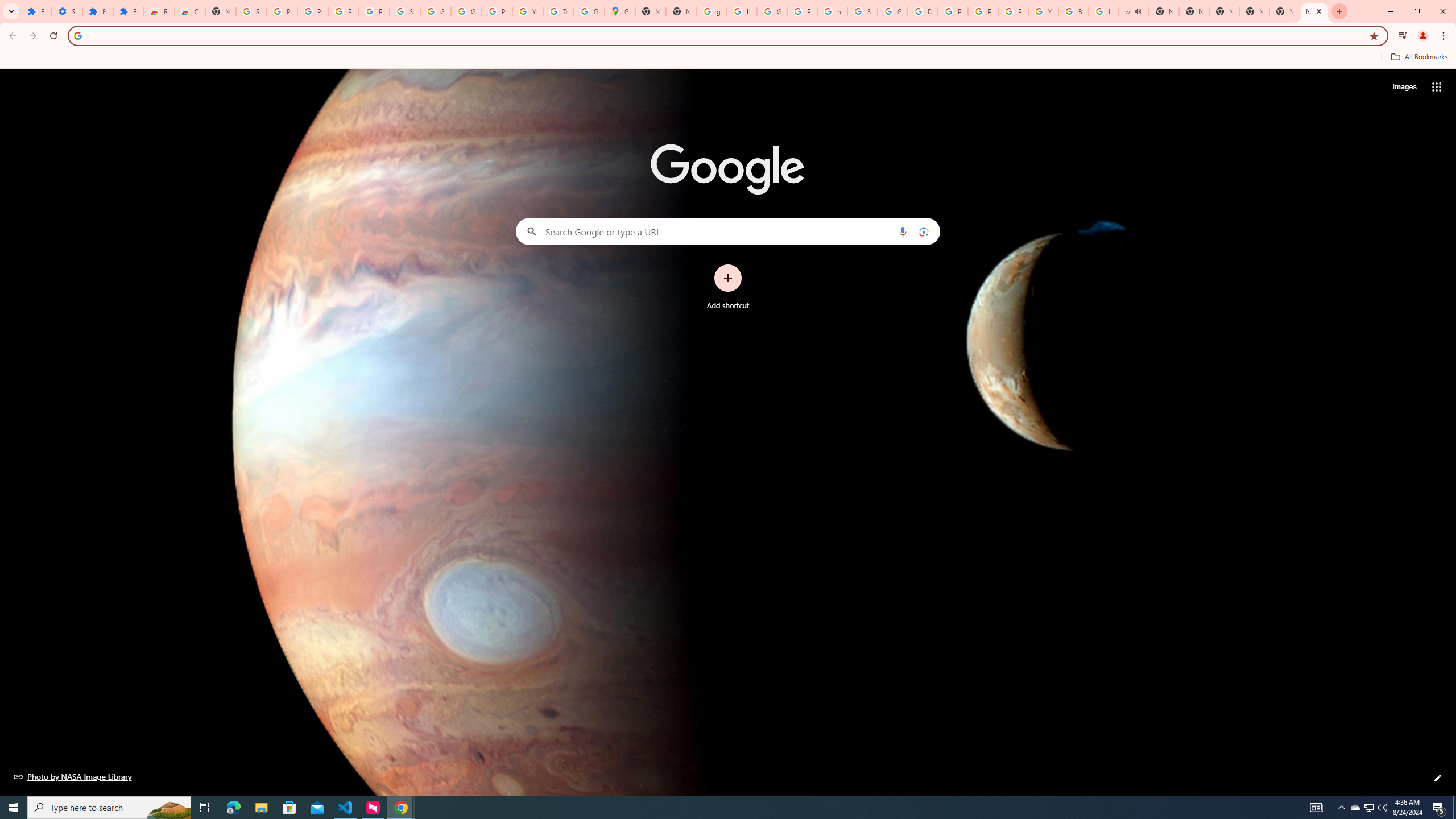 This screenshot has width=1456, height=819. What do you see at coordinates (158, 11) in the screenshot?
I see `'Reviews: Helix Fruit Jump Arcade Game'` at bounding box center [158, 11].